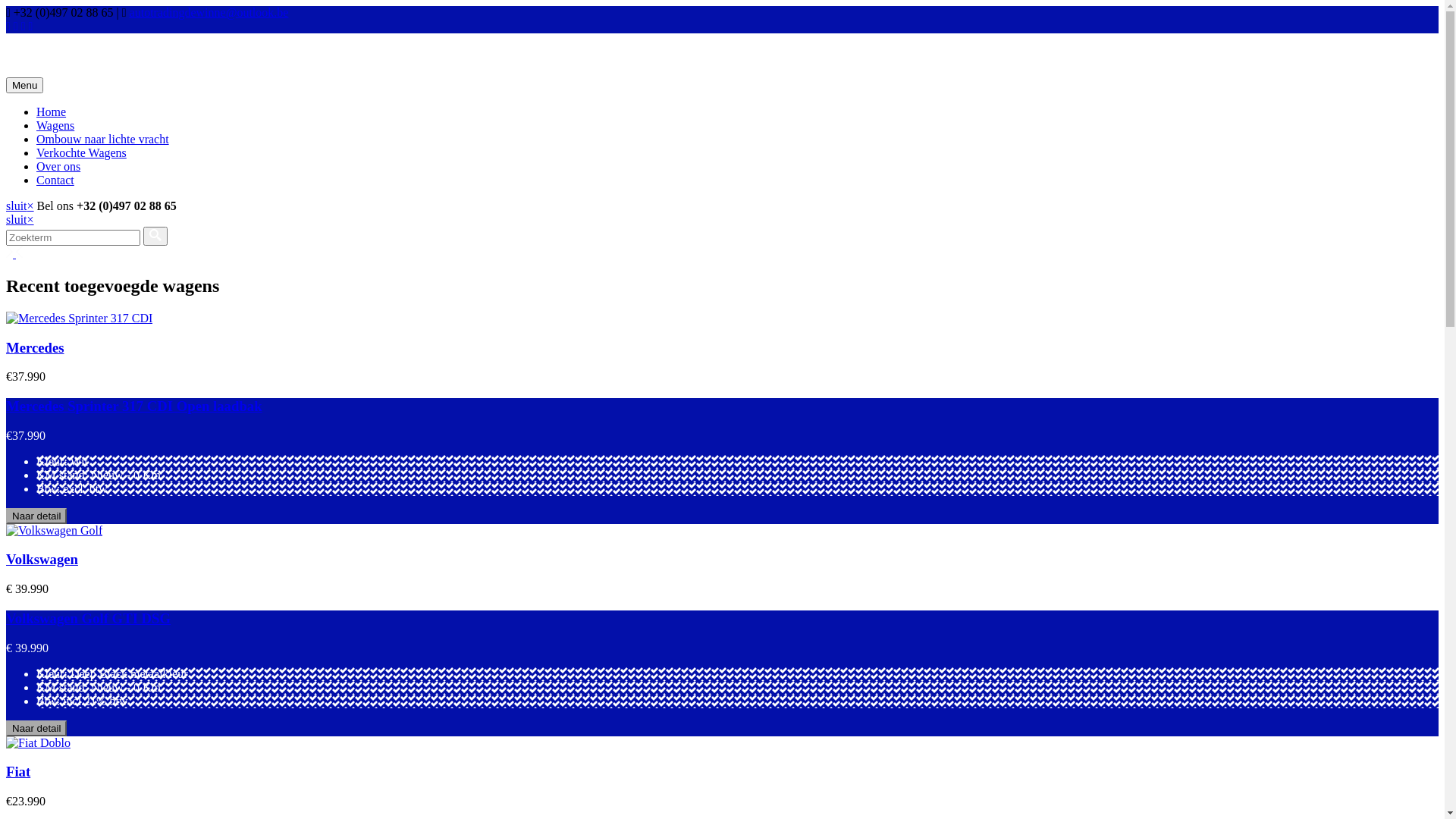 The height and width of the screenshot is (819, 1456). What do you see at coordinates (35, 347) in the screenshot?
I see `'Mercedes'` at bounding box center [35, 347].